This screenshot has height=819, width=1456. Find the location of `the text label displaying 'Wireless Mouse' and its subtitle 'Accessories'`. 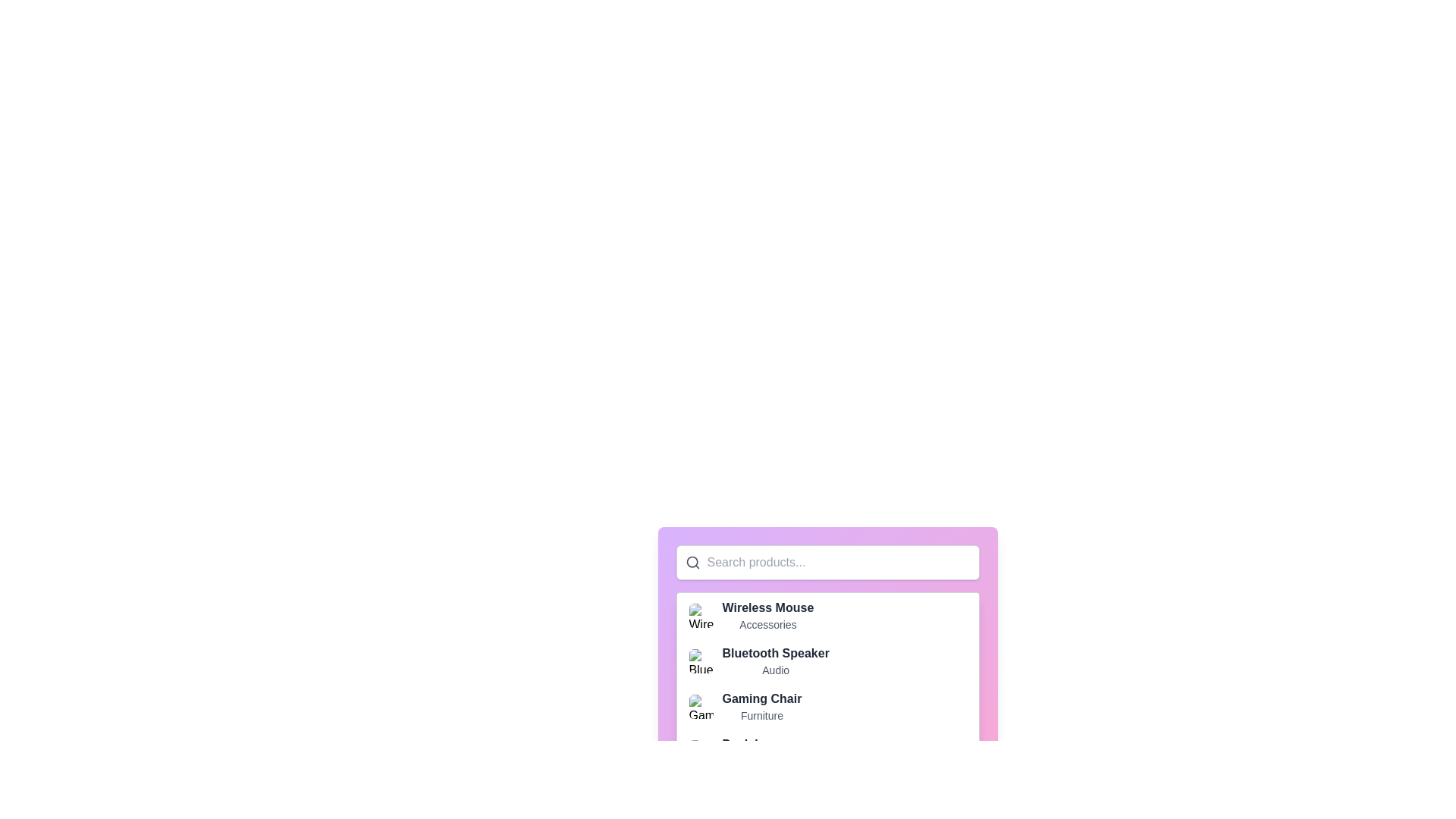

the text label displaying 'Wireless Mouse' and its subtitle 'Accessories' is located at coordinates (767, 616).